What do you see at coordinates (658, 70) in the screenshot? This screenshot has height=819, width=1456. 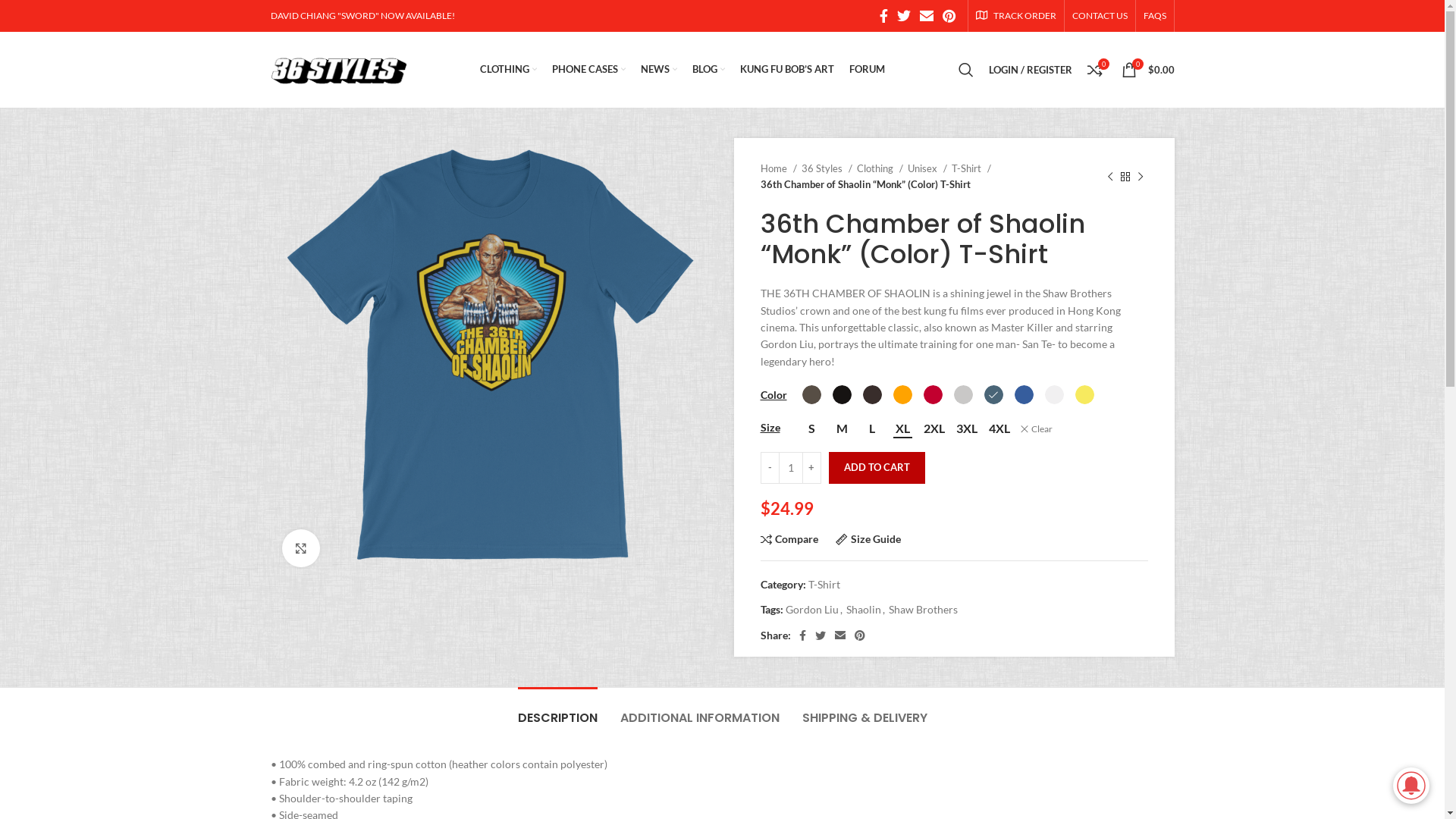 I see `'NEWS'` at bounding box center [658, 70].